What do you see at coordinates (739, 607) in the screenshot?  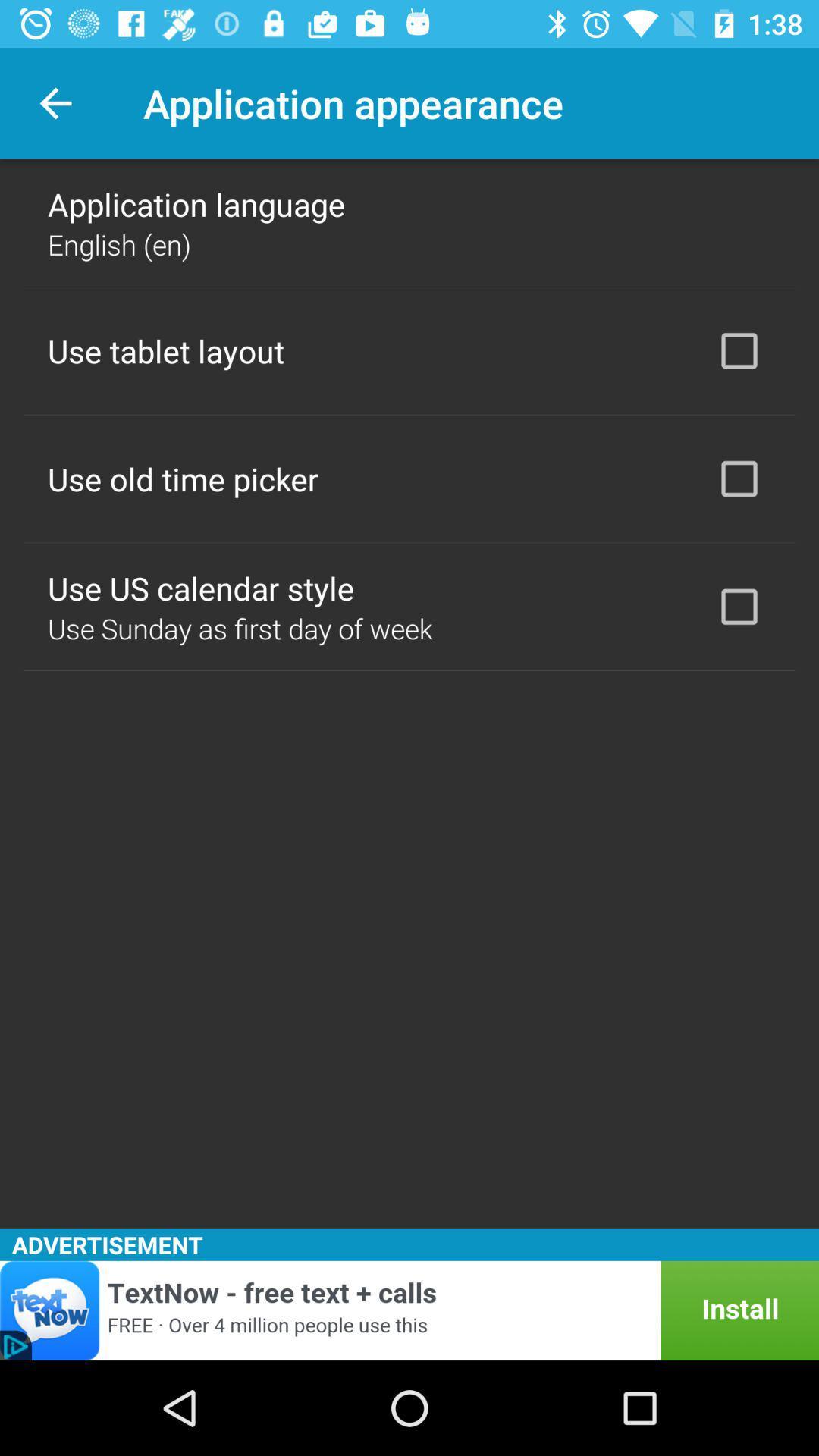 I see `check box for us calendar style` at bounding box center [739, 607].